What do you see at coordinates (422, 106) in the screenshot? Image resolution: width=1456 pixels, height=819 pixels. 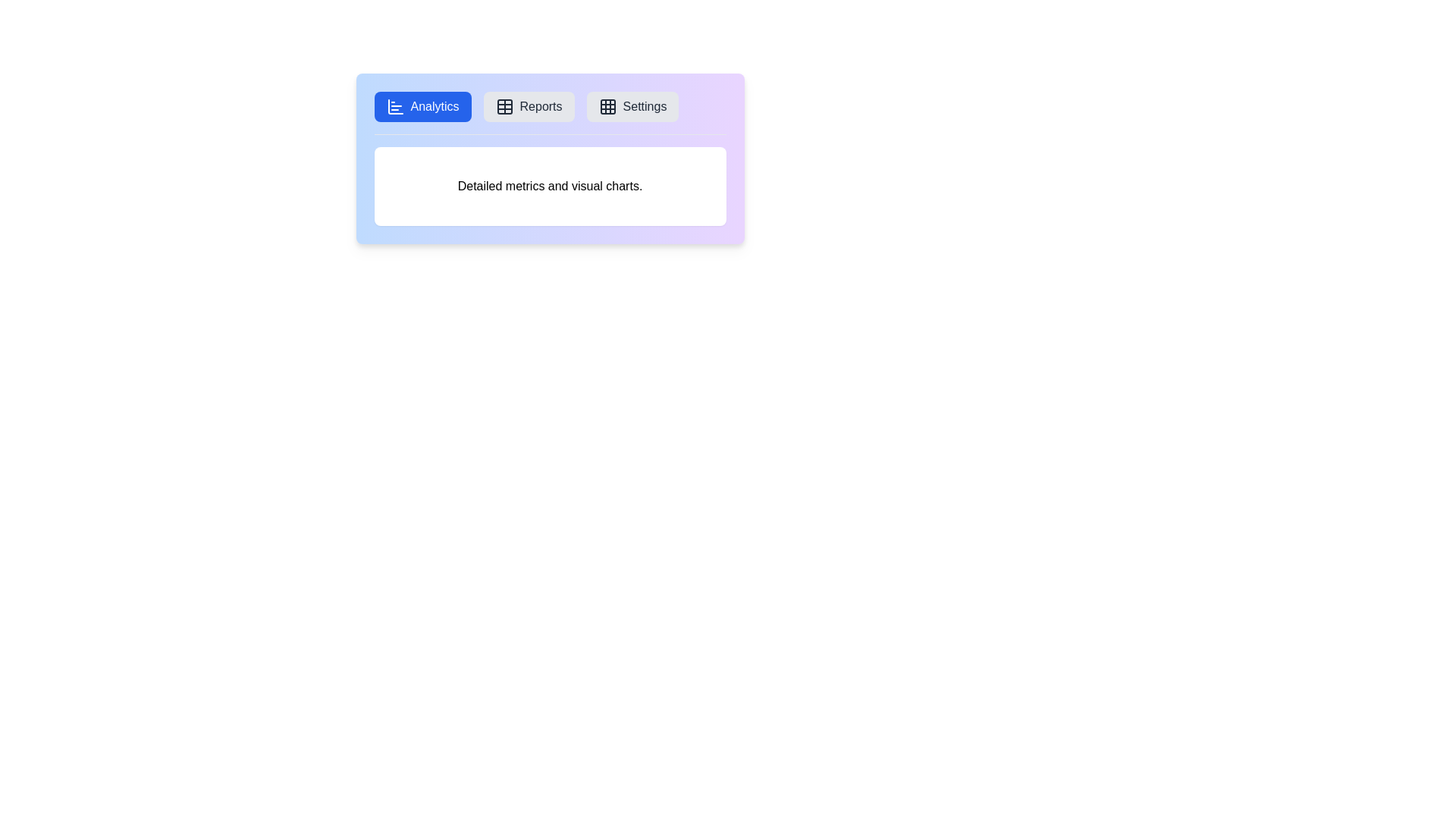 I see `the Analytics tab by clicking on it` at bounding box center [422, 106].